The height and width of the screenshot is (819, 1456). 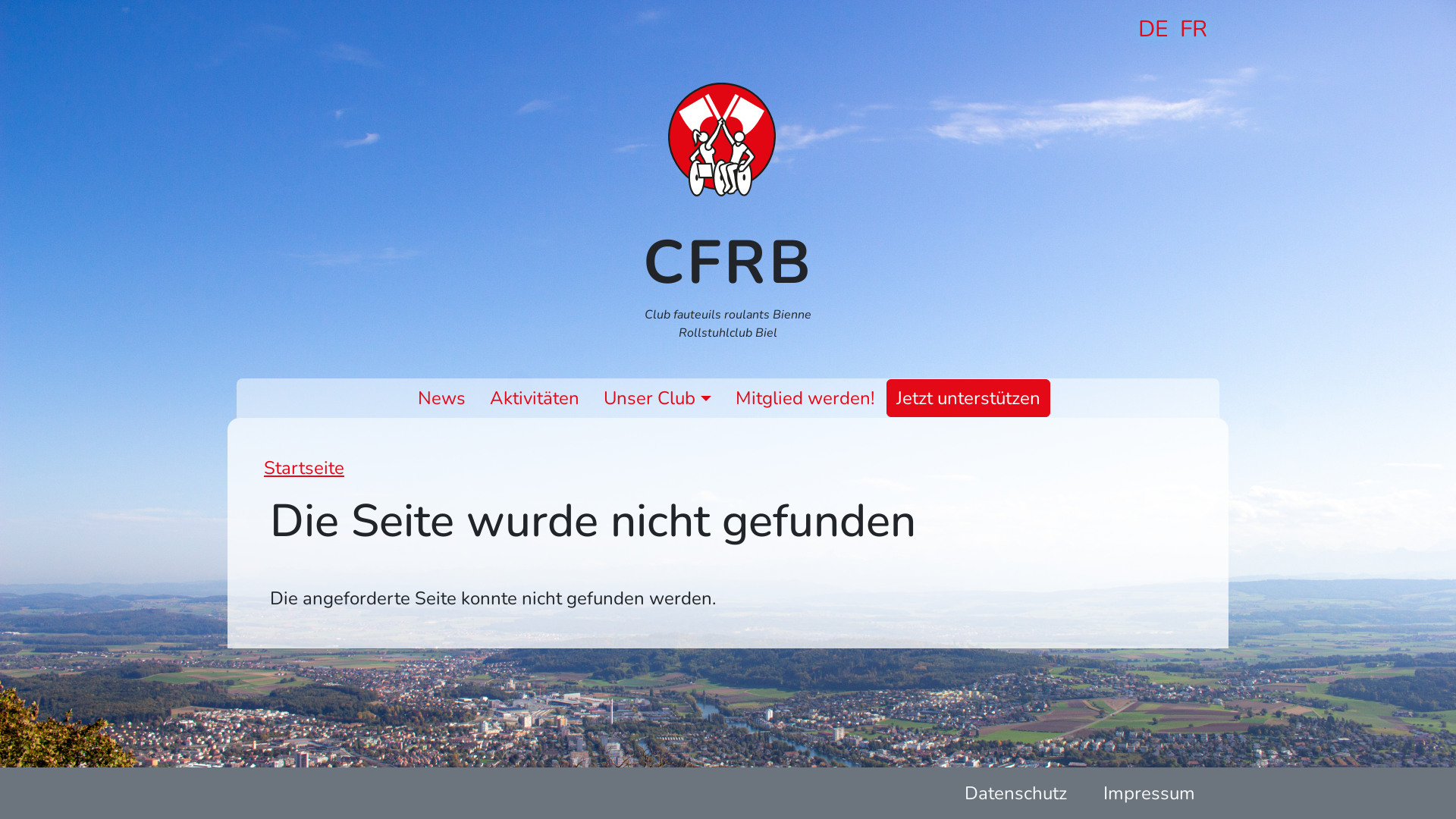 What do you see at coordinates (657, 397) in the screenshot?
I see `'Unser Club'` at bounding box center [657, 397].